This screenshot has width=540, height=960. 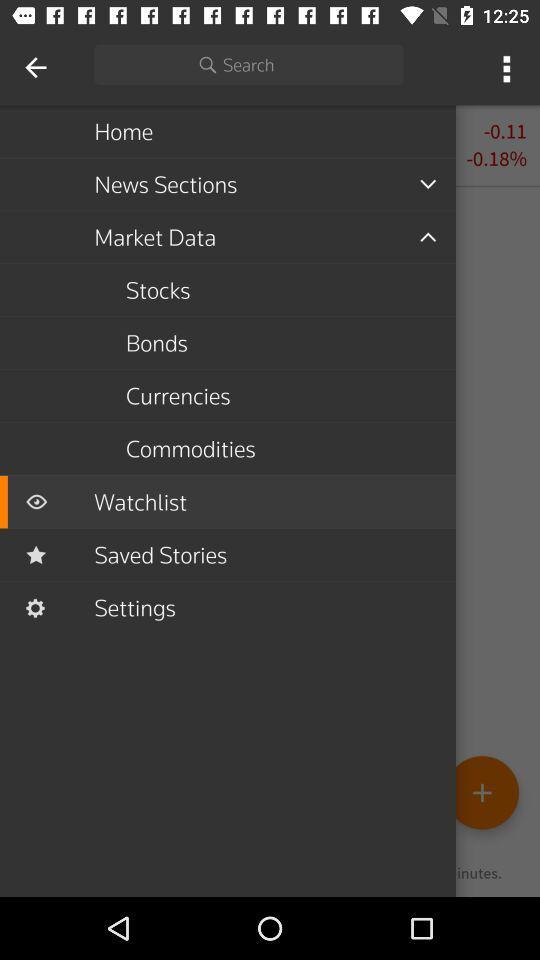 What do you see at coordinates (481, 792) in the screenshot?
I see `the add icon` at bounding box center [481, 792].